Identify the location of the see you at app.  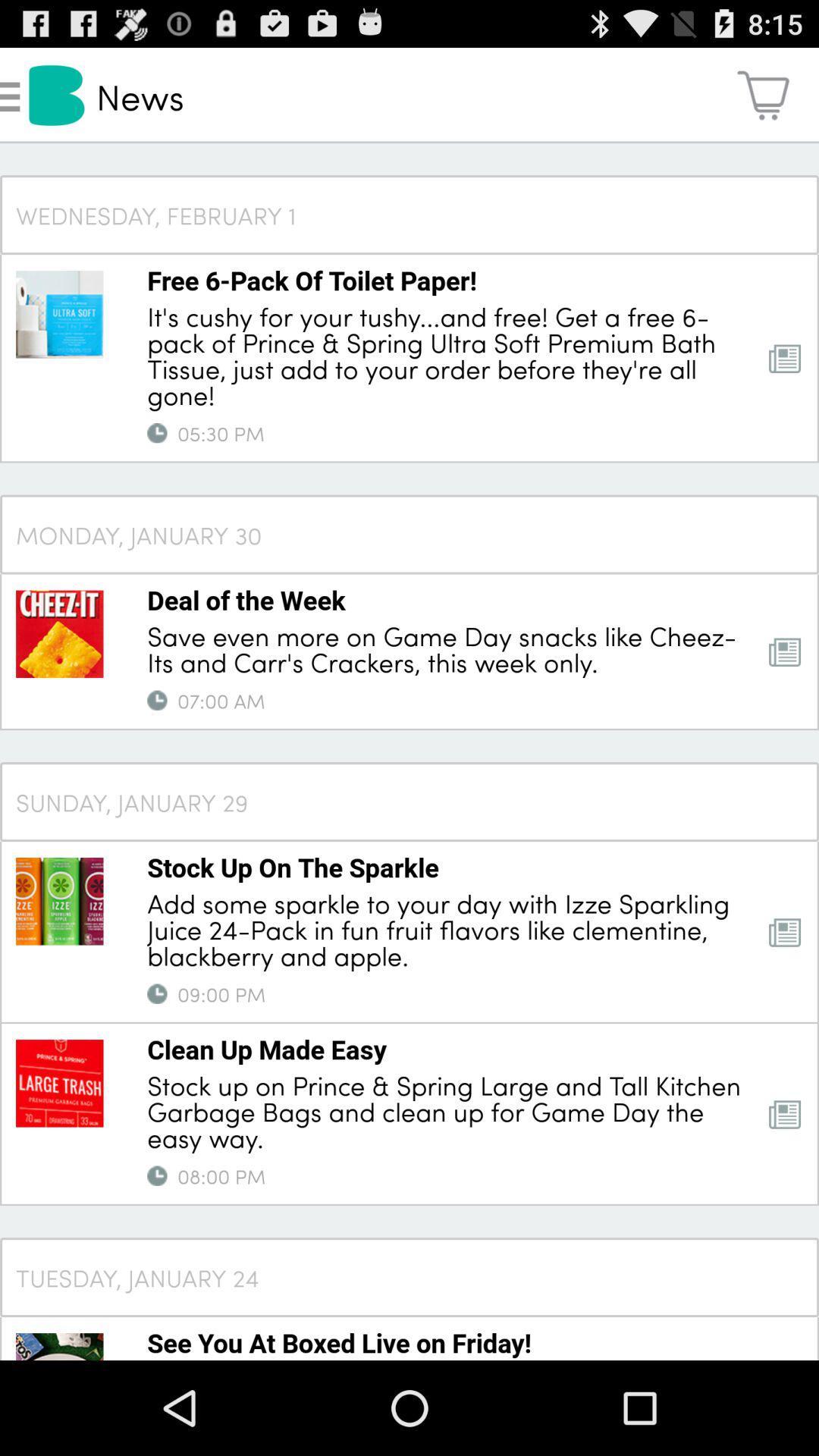
(338, 1342).